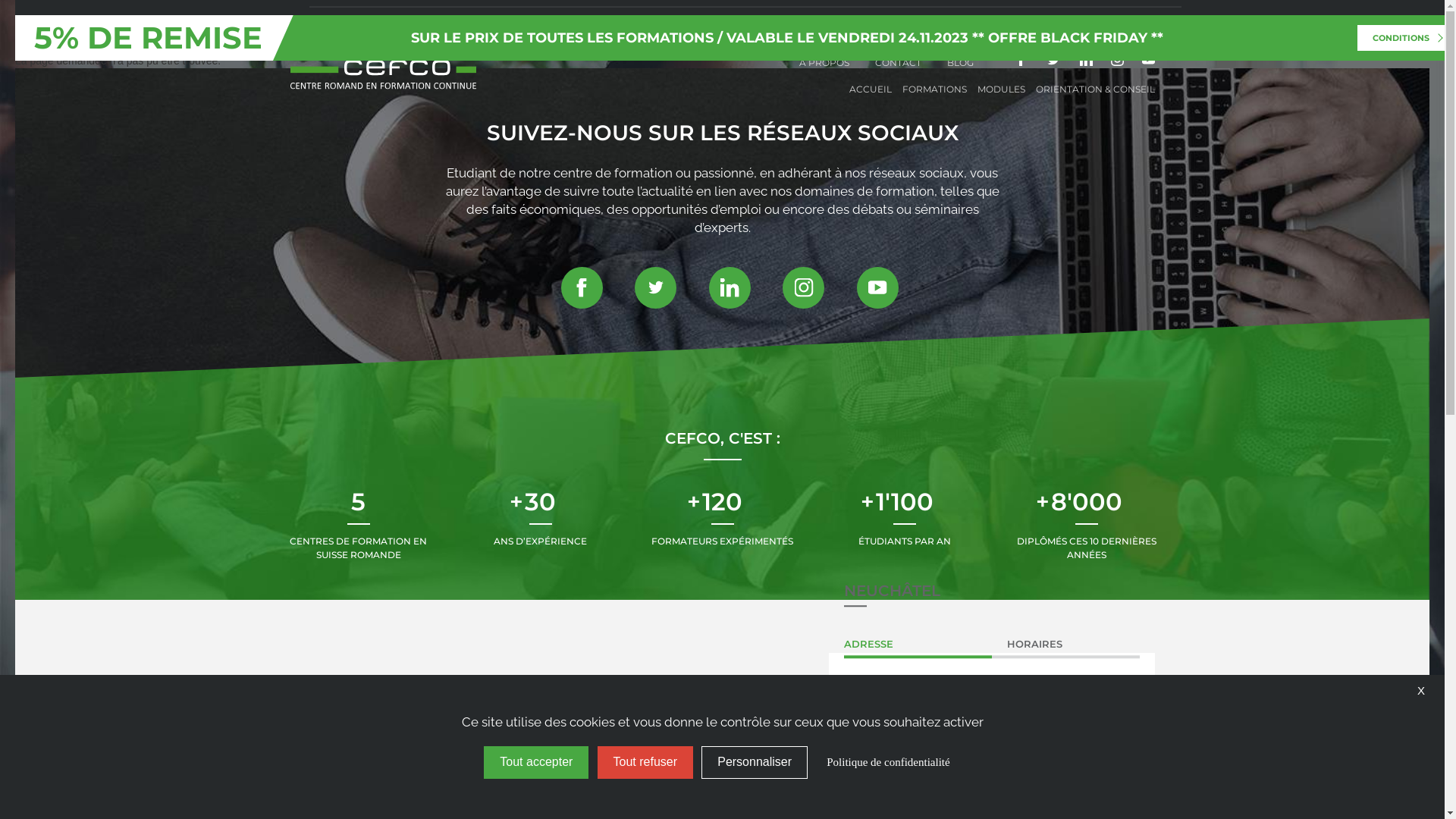 This screenshot has height=819, width=1456. I want to click on 'Tout accepter', so click(535, 762).